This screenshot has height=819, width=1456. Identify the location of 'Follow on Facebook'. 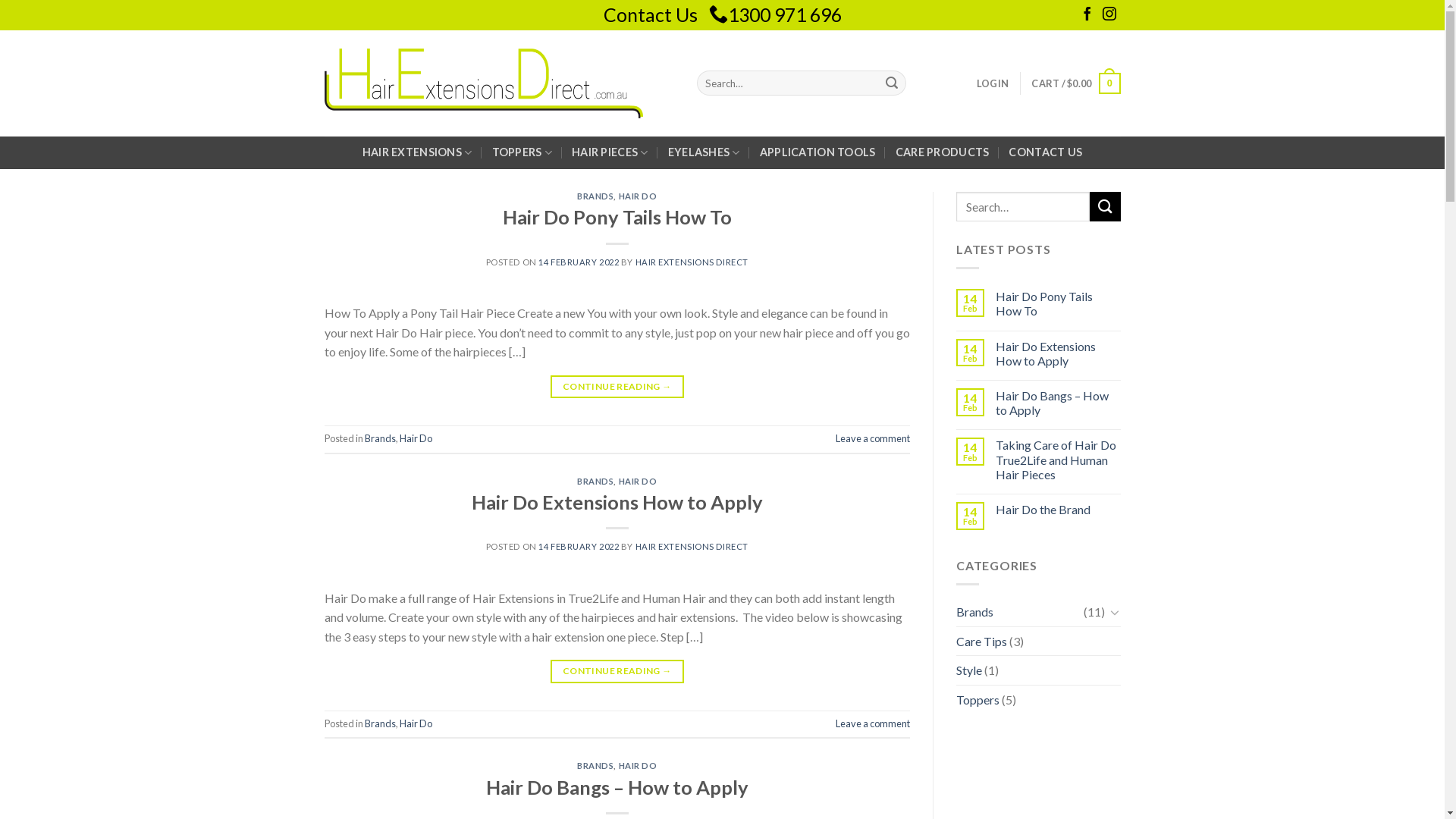
(1087, 14).